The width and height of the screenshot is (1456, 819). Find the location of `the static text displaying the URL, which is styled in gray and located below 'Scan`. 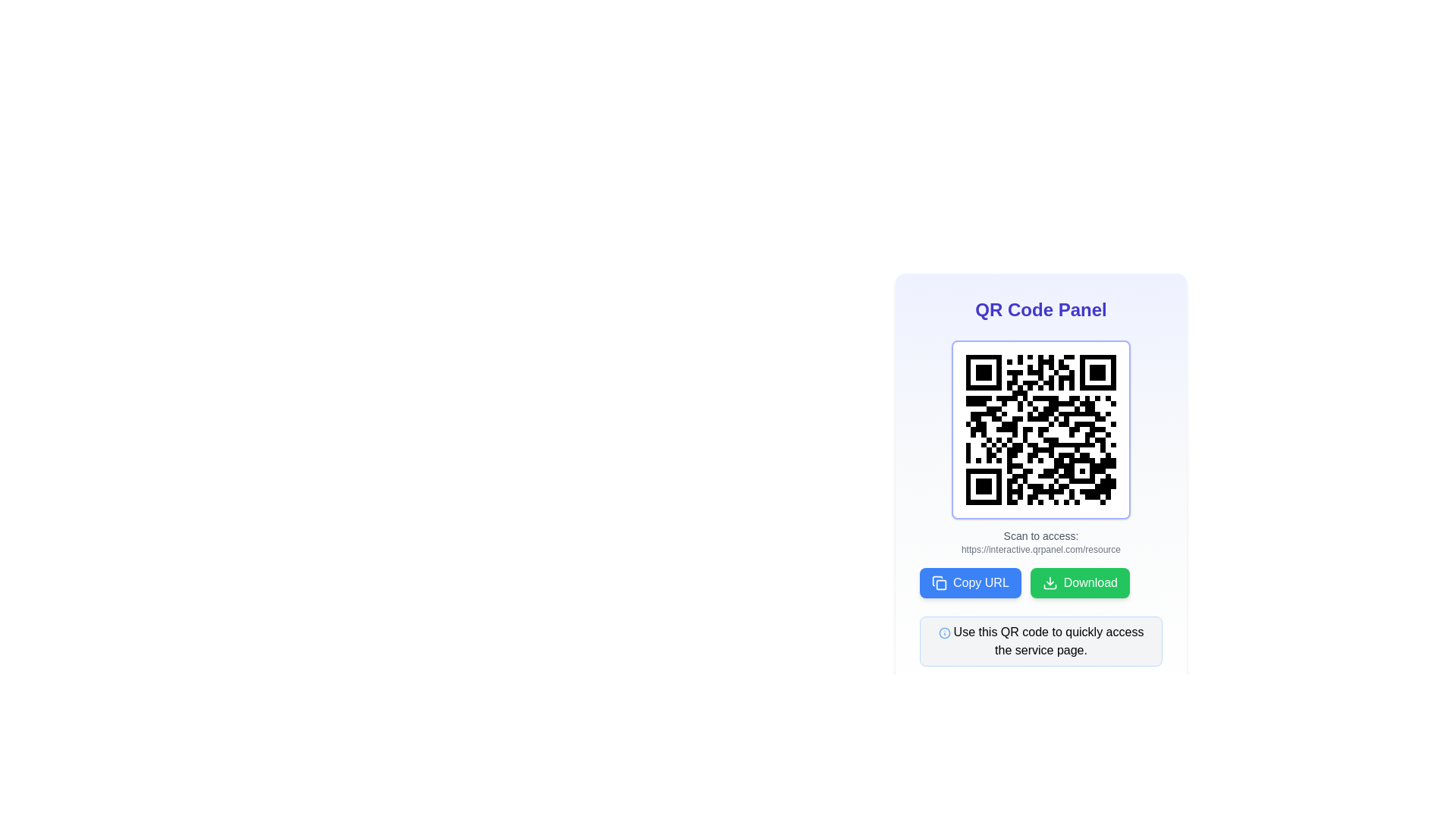

the static text displaying the URL, which is styled in gray and located below 'Scan is located at coordinates (1040, 550).